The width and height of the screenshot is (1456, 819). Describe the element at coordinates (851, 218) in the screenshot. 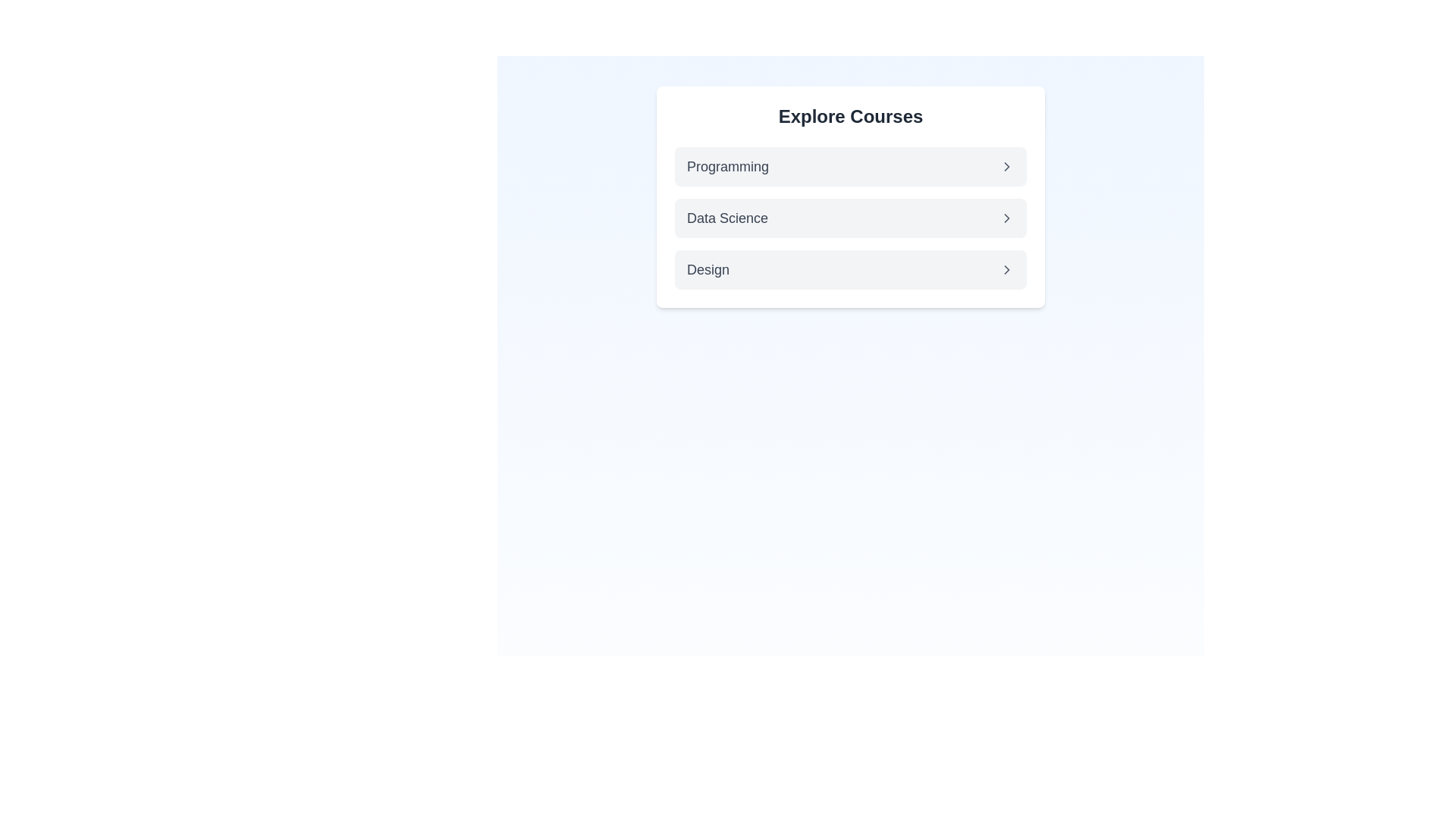

I see `the 'Data Science' menu item, which is the second item in the vertical list within the 'Explore Courses' card UI` at that location.